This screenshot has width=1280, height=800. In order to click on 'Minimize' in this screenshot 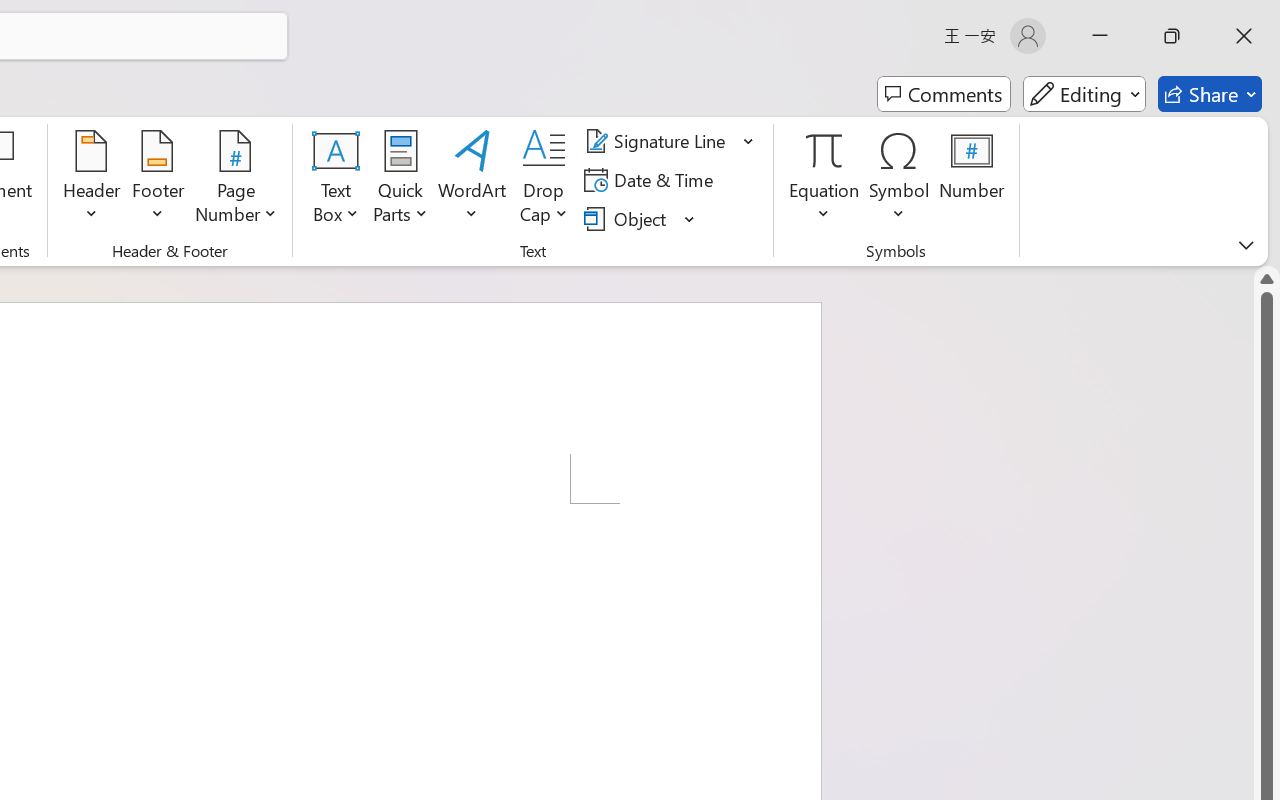, I will do `click(1099, 35)`.